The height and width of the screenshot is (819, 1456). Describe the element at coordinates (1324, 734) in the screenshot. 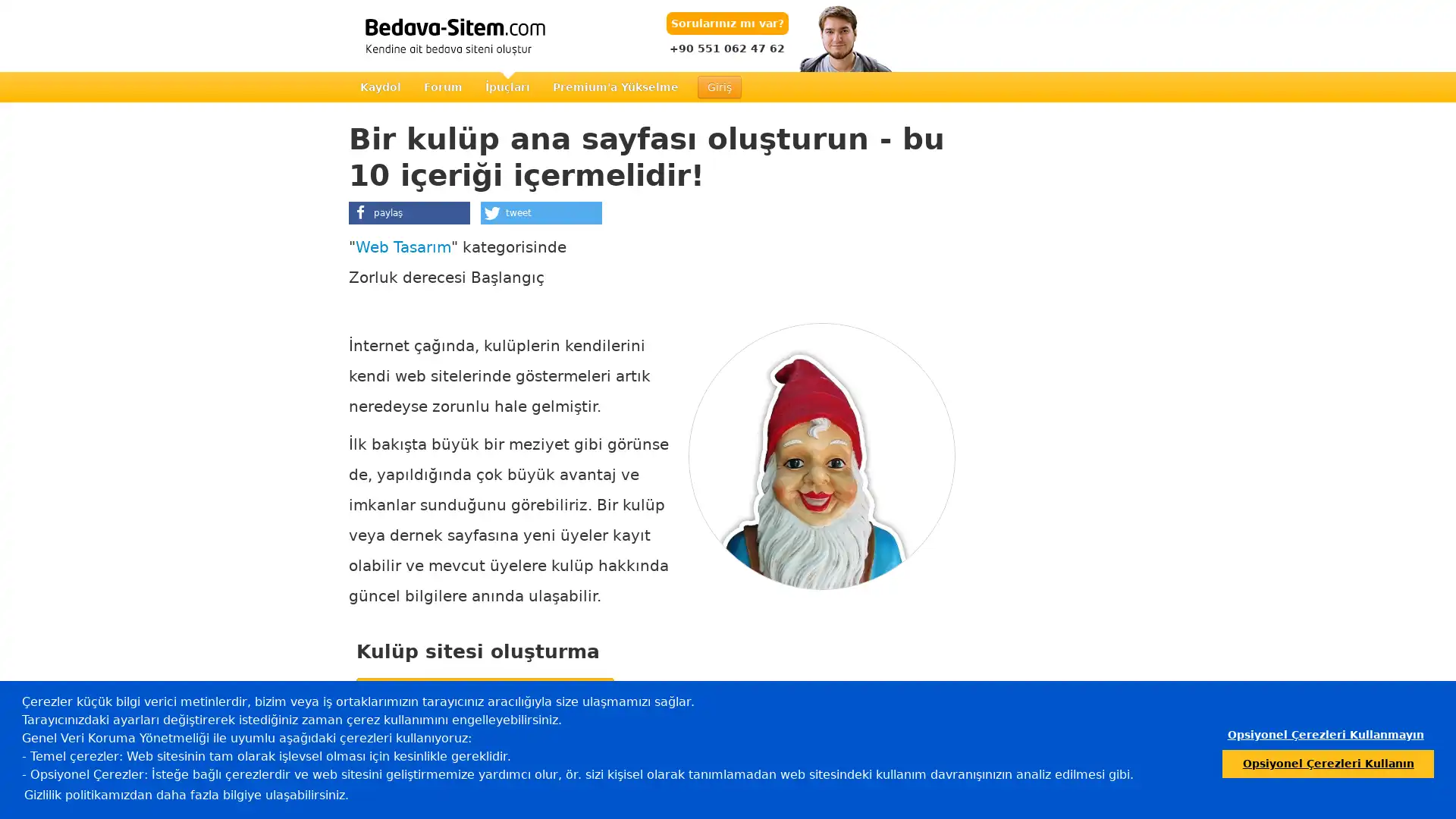

I see `dismiss cookie message` at that location.